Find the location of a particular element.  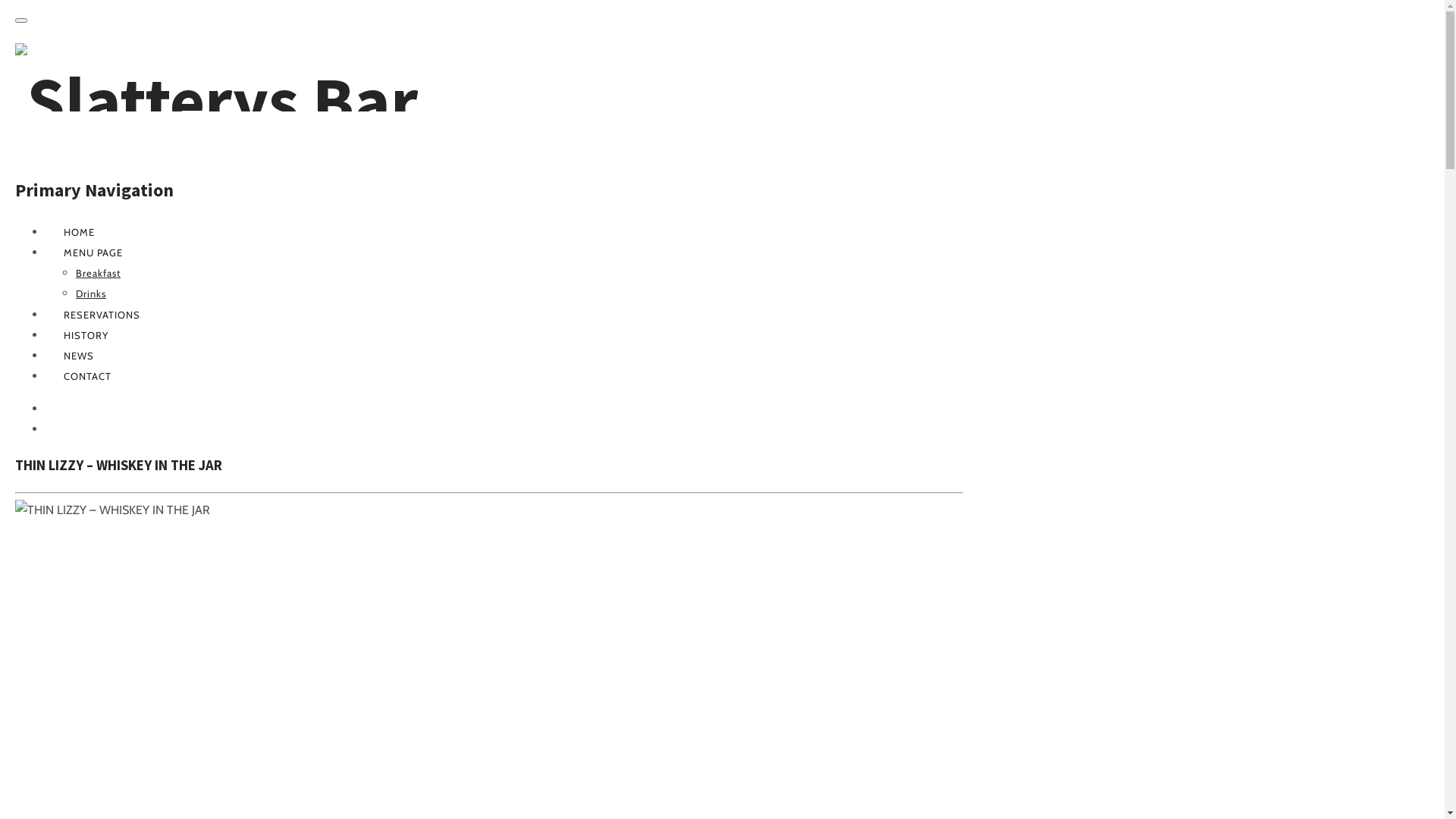

'MENU PAGE' is located at coordinates (93, 251).